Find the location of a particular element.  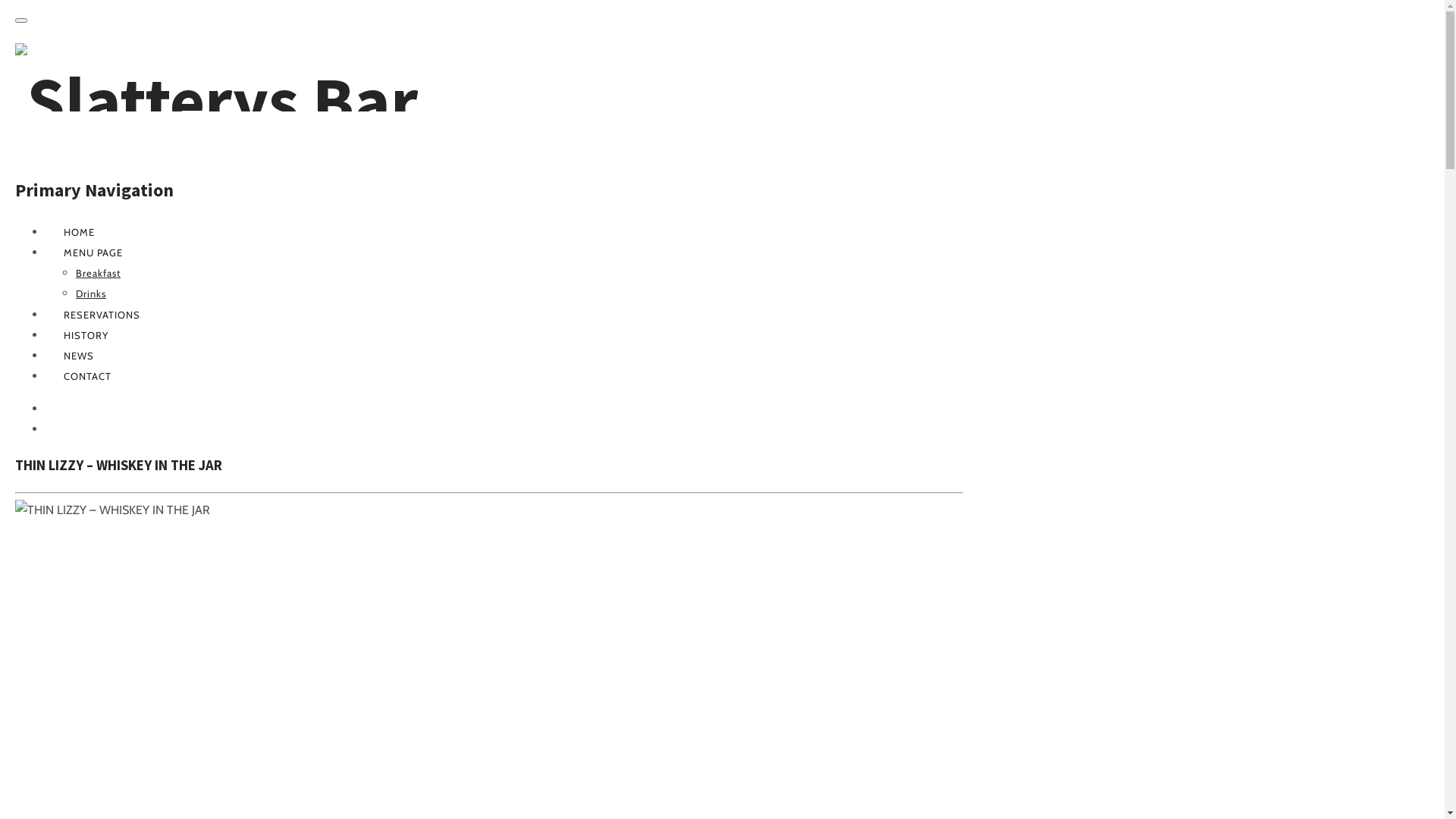

'MENU PAGE' is located at coordinates (93, 251).